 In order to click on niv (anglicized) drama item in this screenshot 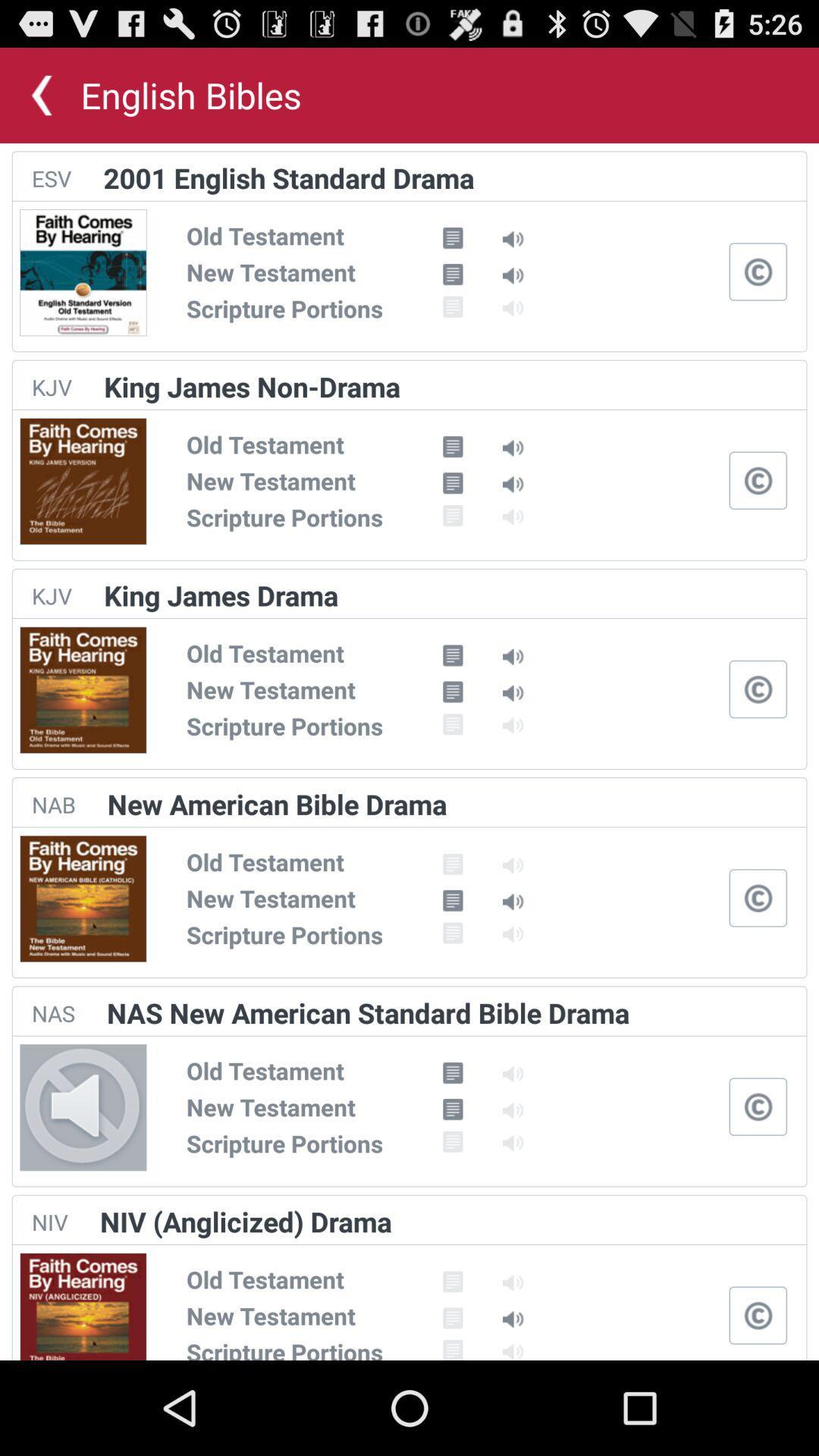, I will do `click(245, 1222)`.